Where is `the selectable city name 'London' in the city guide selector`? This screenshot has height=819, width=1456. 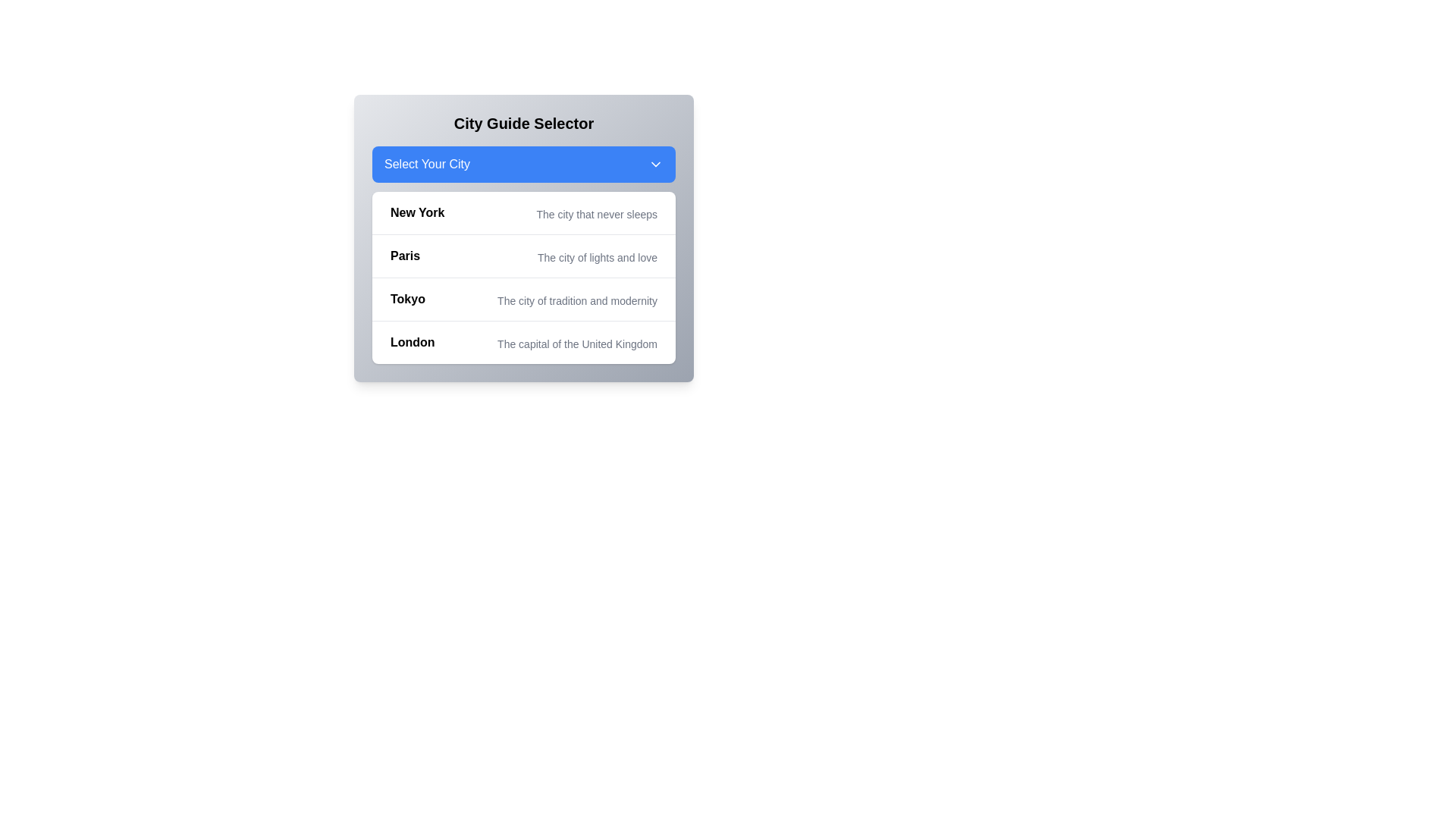 the selectable city name 'London' in the city guide selector is located at coordinates (413, 342).